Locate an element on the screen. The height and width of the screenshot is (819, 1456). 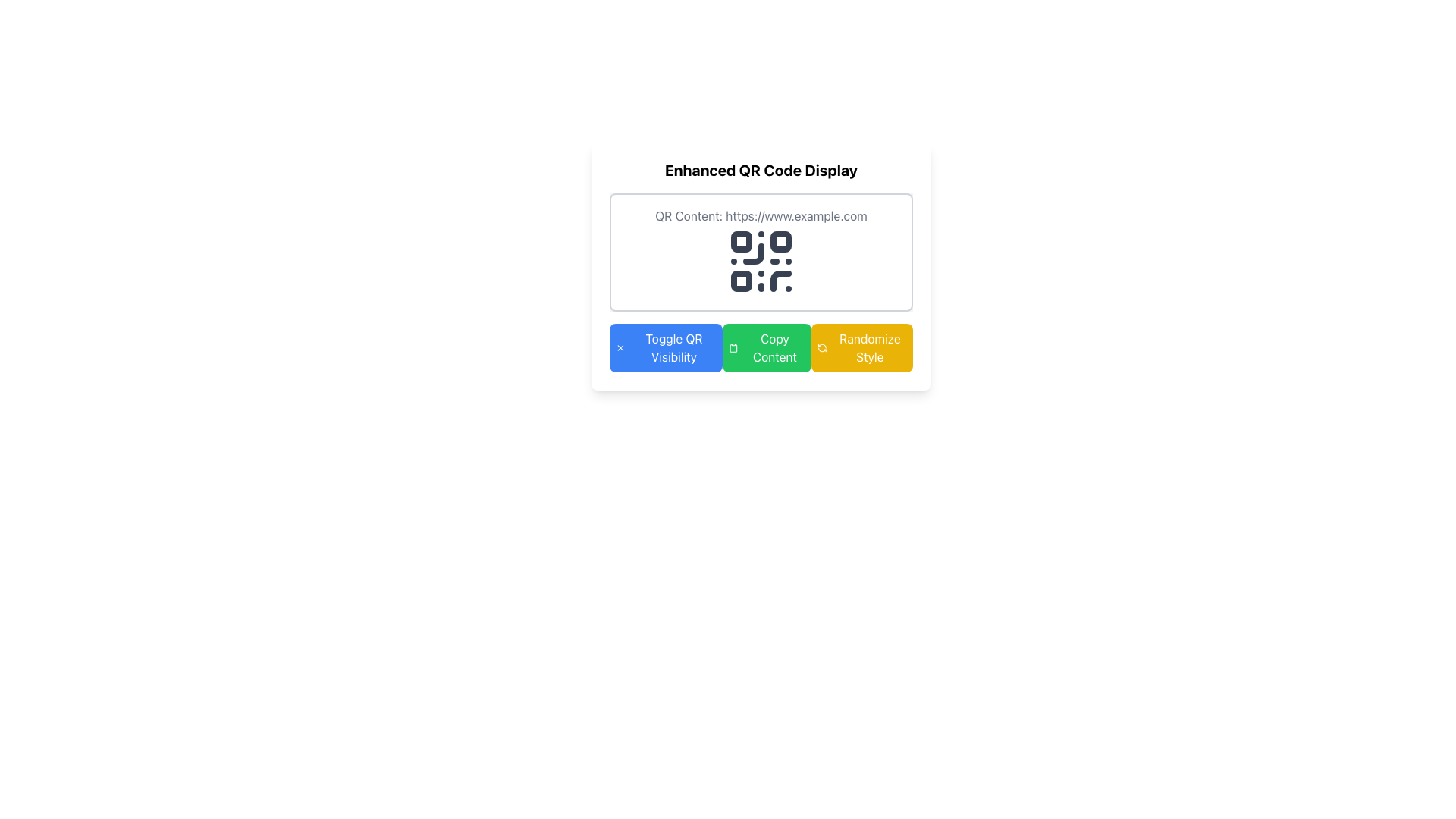
the toggle visibility button for the QR code, which is the first button in a group of three at the bottom left of the panel is located at coordinates (666, 348).